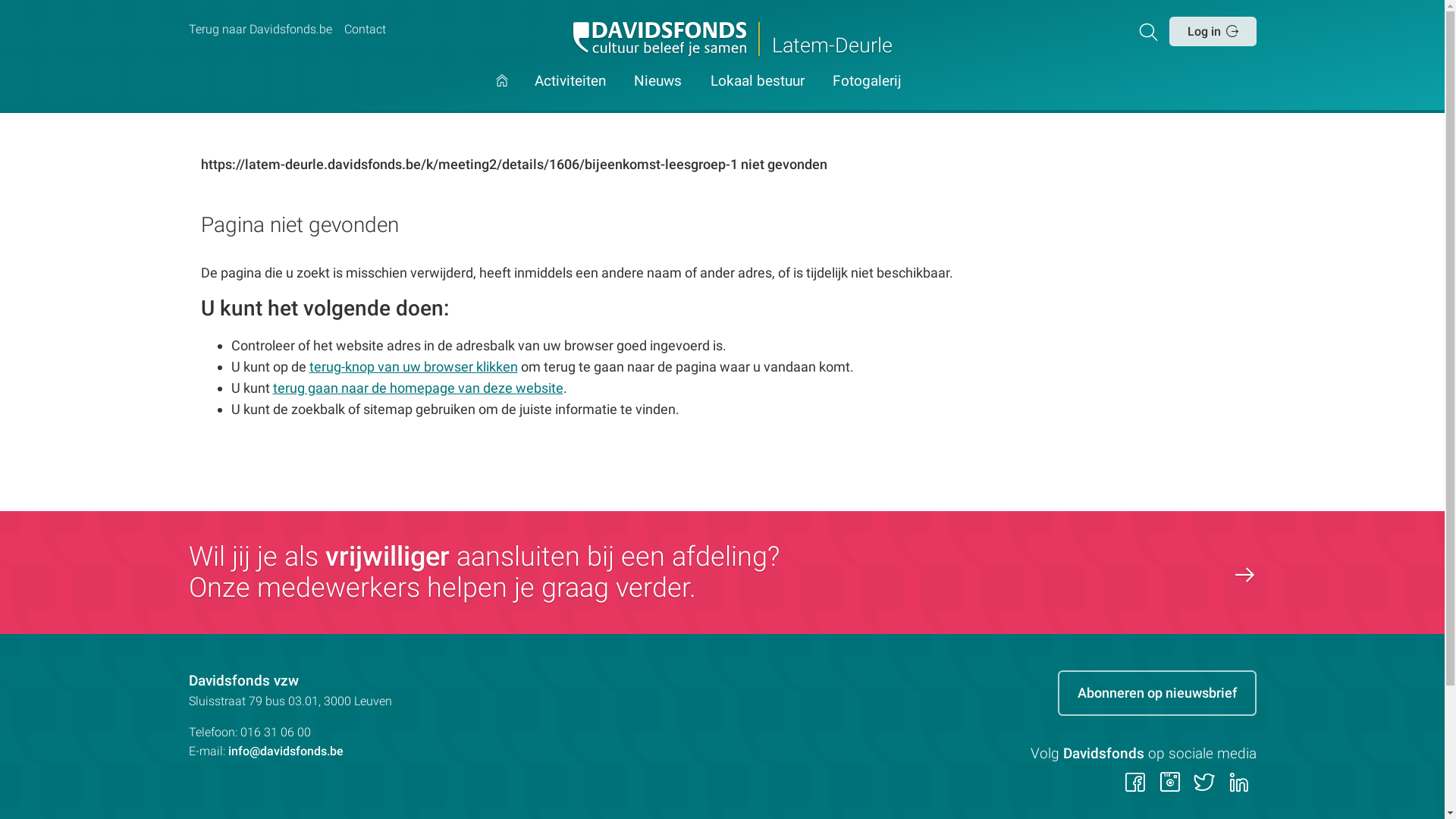 The image size is (1456, 819). What do you see at coordinates (757, 93) in the screenshot?
I see `'Lokaal bestuur'` at bounding box center [757, 93].